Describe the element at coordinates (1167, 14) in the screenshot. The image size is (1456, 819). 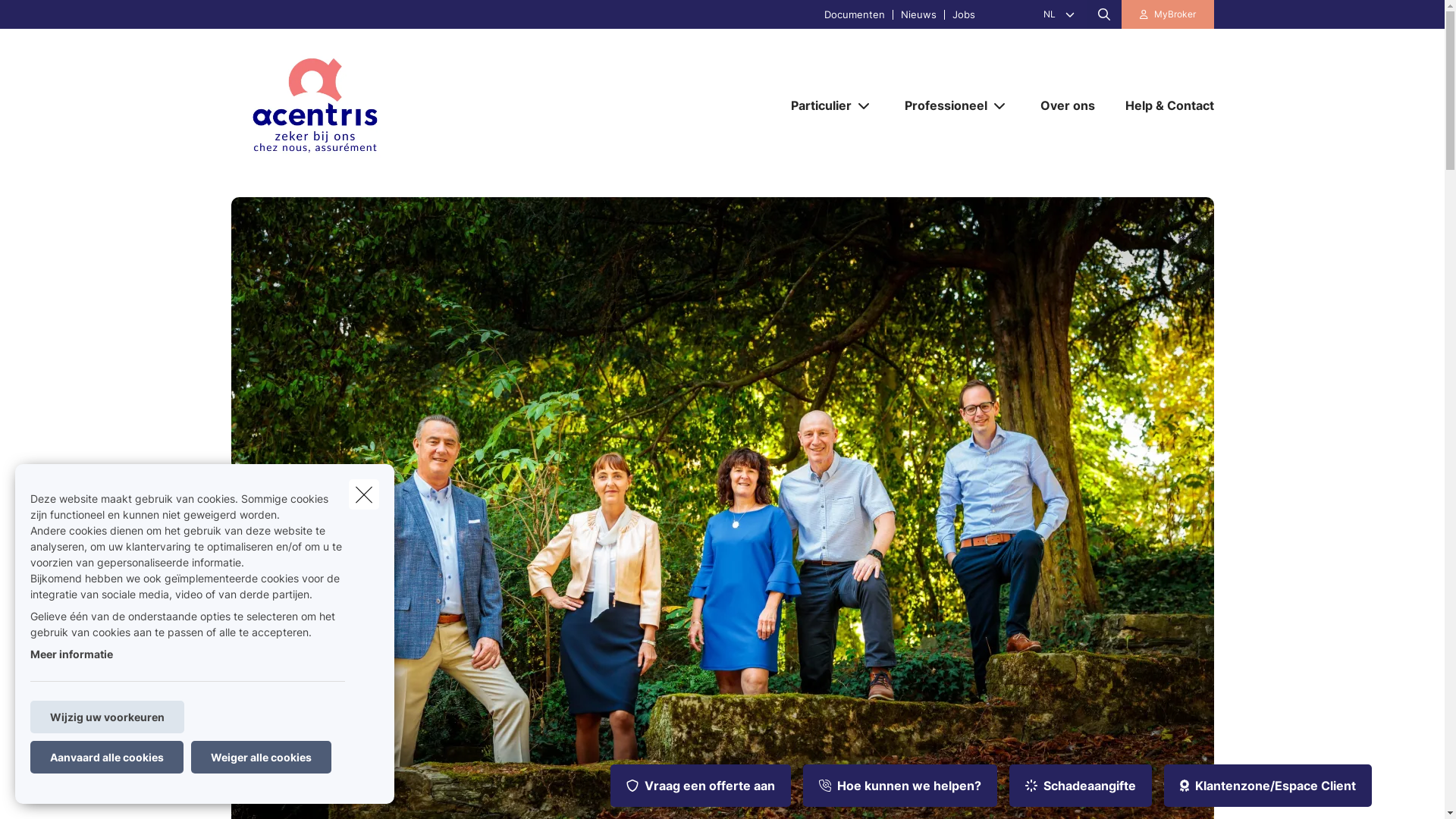
I see `'MyBroker'` at that location.